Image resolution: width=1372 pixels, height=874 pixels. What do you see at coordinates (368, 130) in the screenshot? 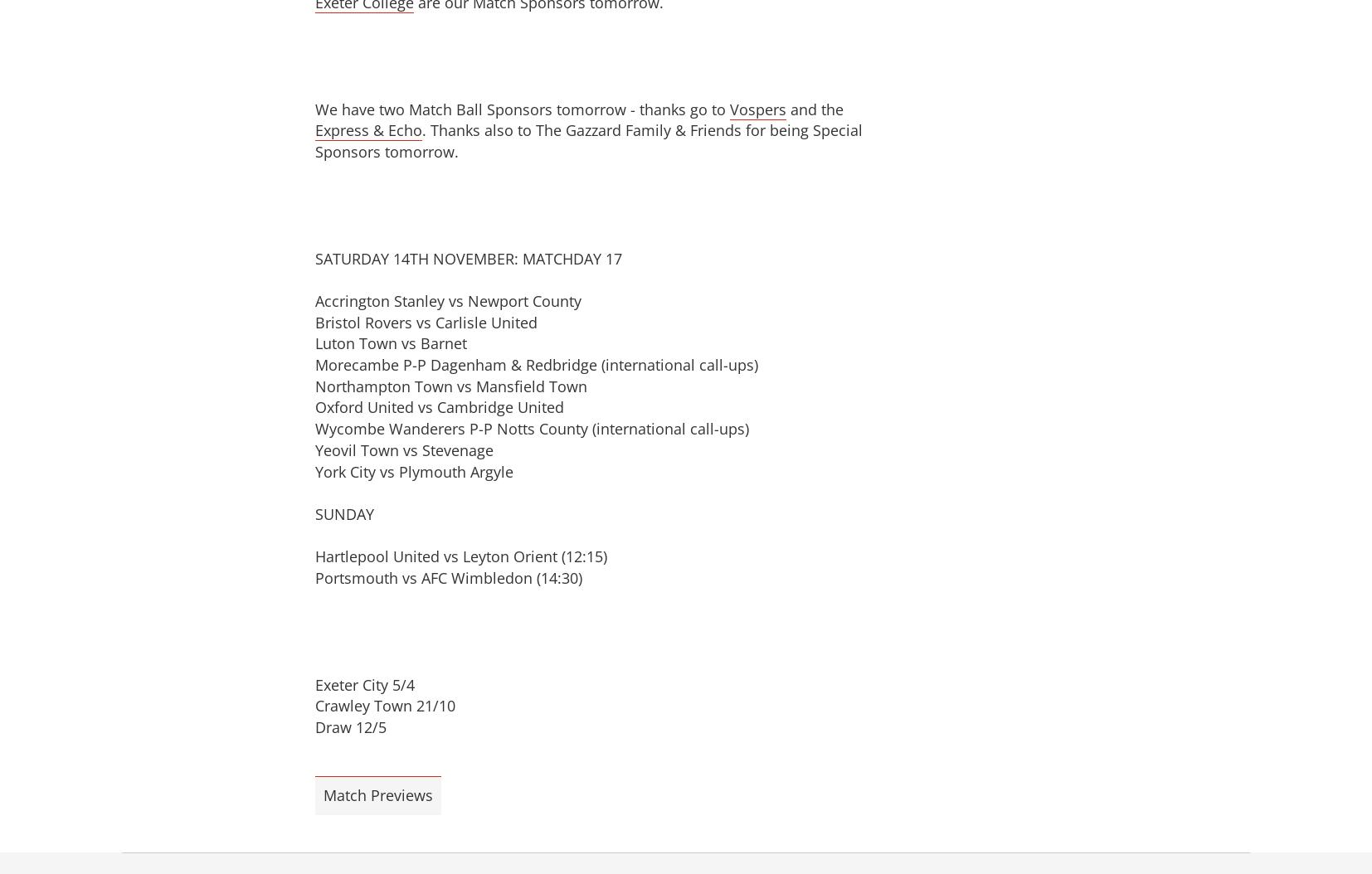
I see `'Express & Echo'` at bounding box center [368, 130].